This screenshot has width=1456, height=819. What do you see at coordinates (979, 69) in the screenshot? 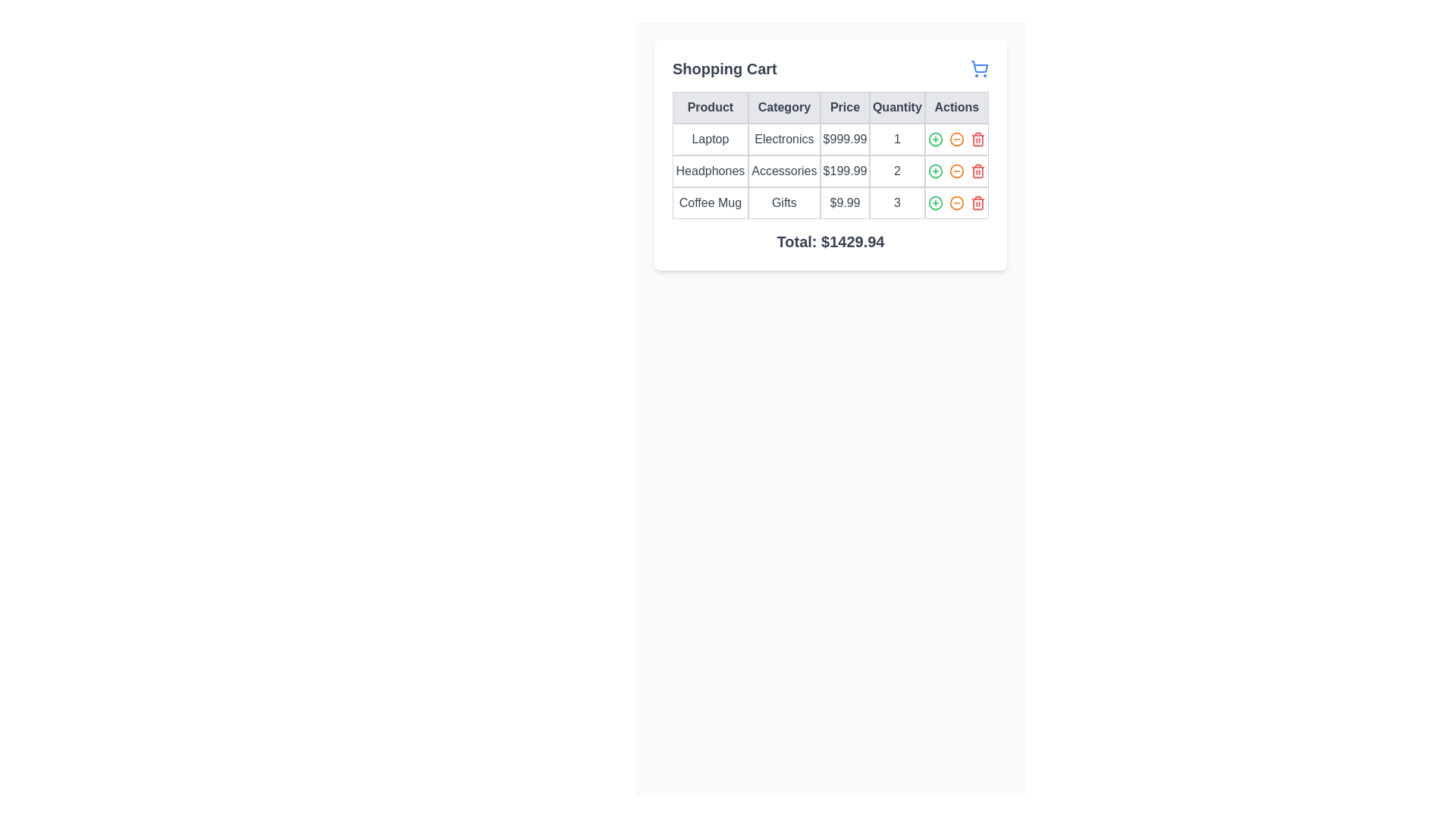
I see `the shopping cart icon located in the top-right corner of the shopping cart section, adjacent to the 'Shopping Cart' label` at bounding box center [979, 69].